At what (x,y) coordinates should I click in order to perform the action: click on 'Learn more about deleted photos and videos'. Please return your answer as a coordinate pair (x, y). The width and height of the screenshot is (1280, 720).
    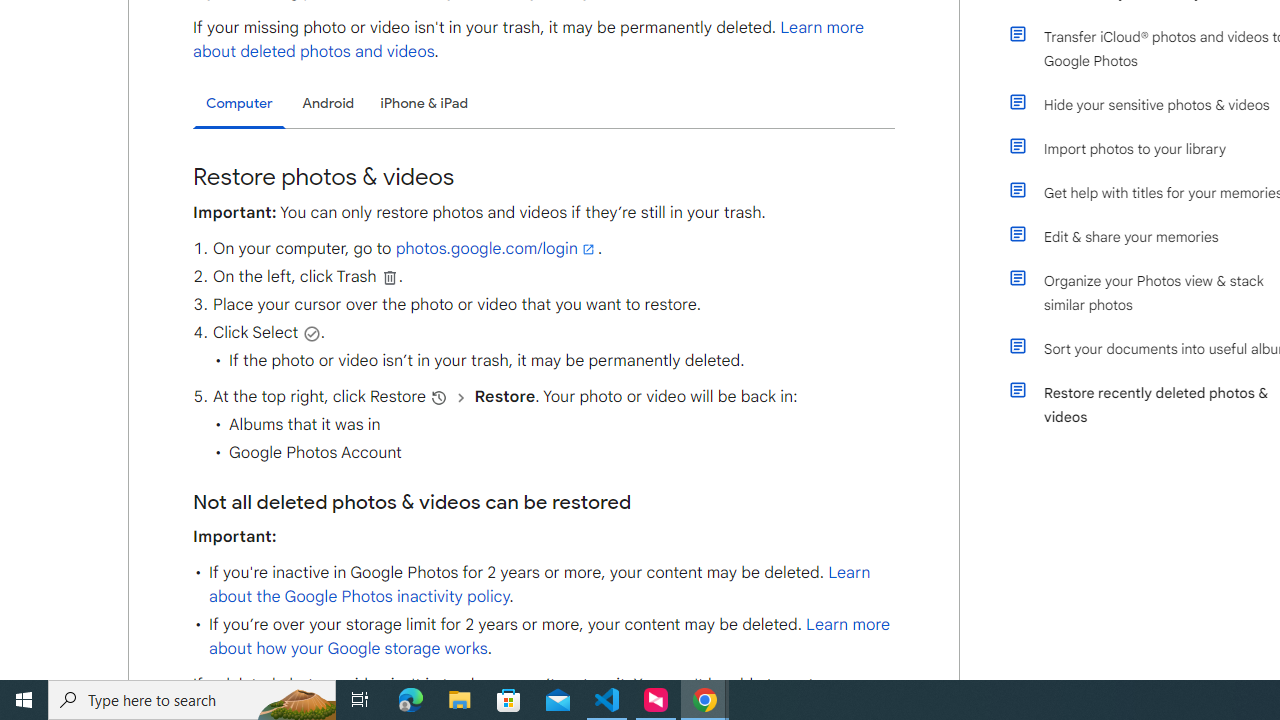
    Looking at the image, I should click on (529, 39).